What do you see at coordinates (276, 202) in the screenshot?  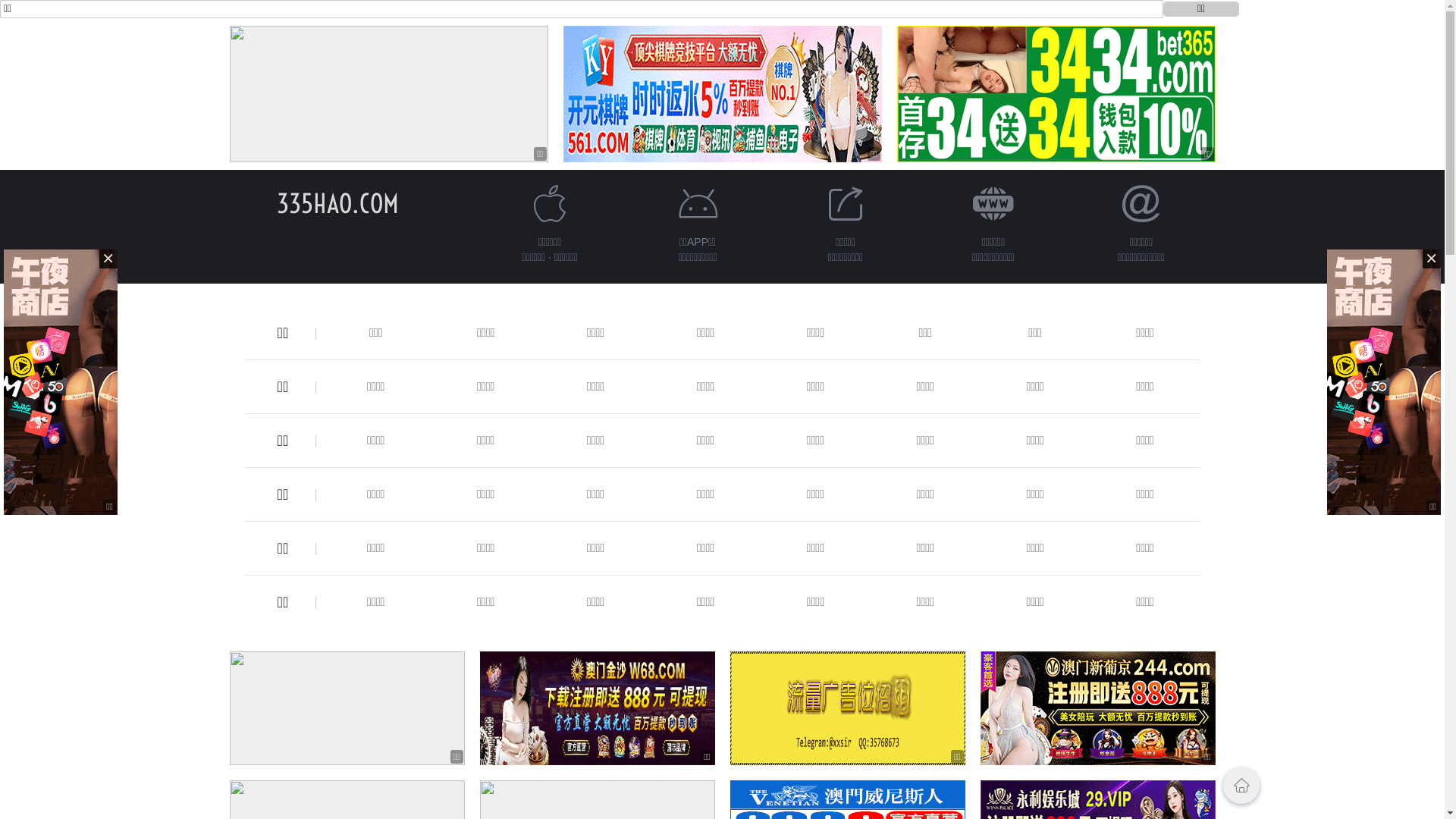 I see `'335HAO.COM'` at bounding box center [276, 202].